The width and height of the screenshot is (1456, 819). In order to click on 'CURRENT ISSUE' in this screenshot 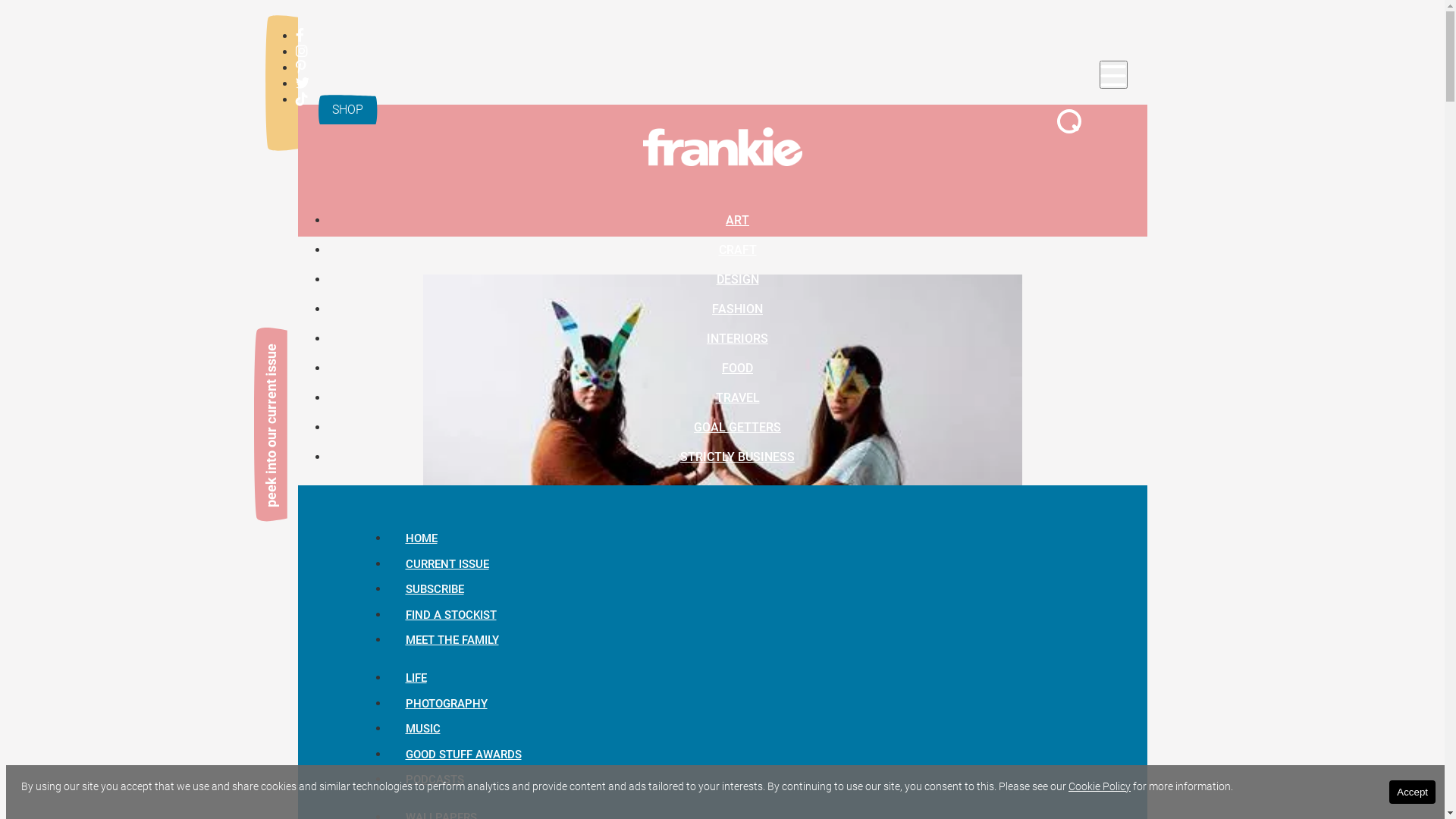, I will do `click(446, 564)`.